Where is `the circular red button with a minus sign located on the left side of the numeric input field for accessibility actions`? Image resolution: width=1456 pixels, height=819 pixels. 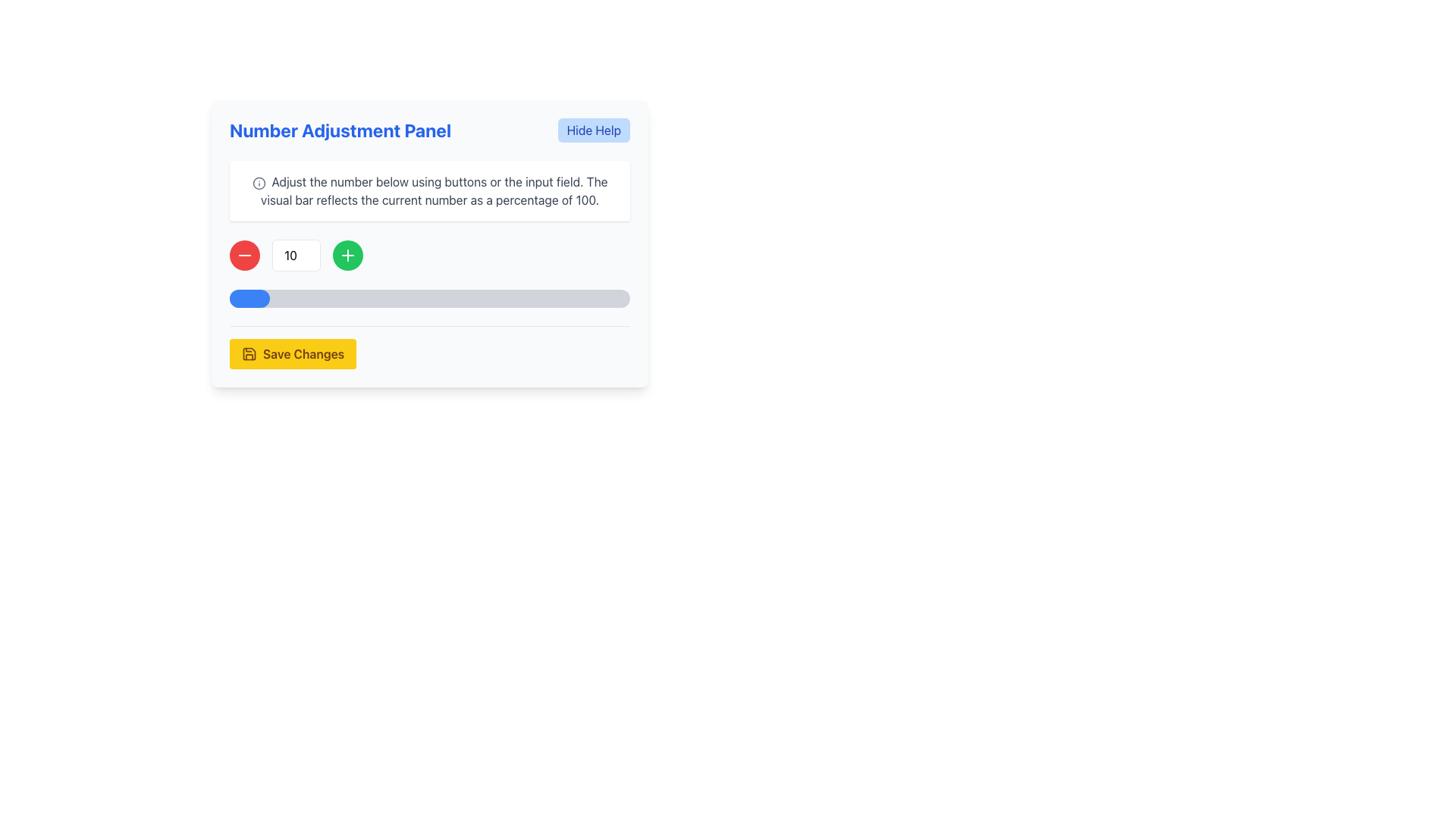 the circular red button with a minus sign located on the left side of the numeric input field for accessibility actions is located at coordinates (244, 254).